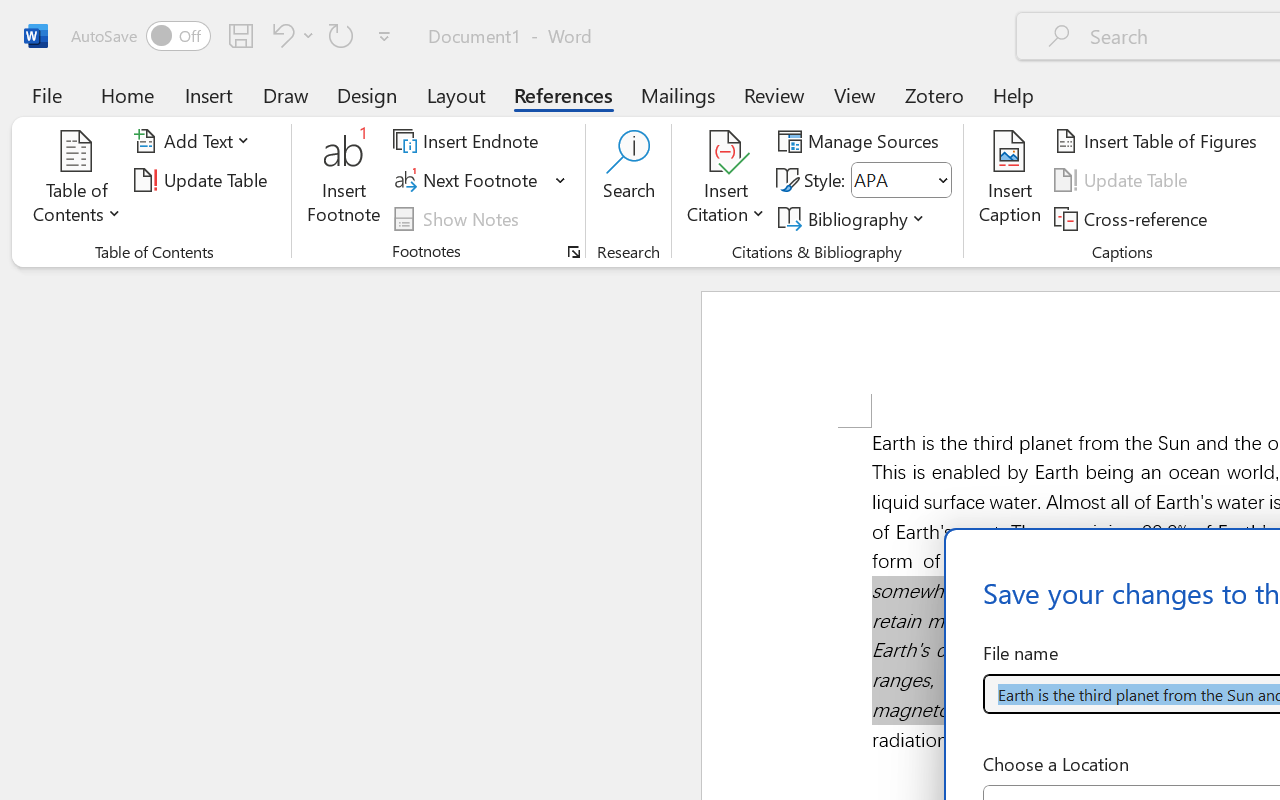 The width and height of the screenshot is (1280, 800). Describe the element at coordinates (467, 179) in the screenshot. I see `'Next Footnote'` at that location.